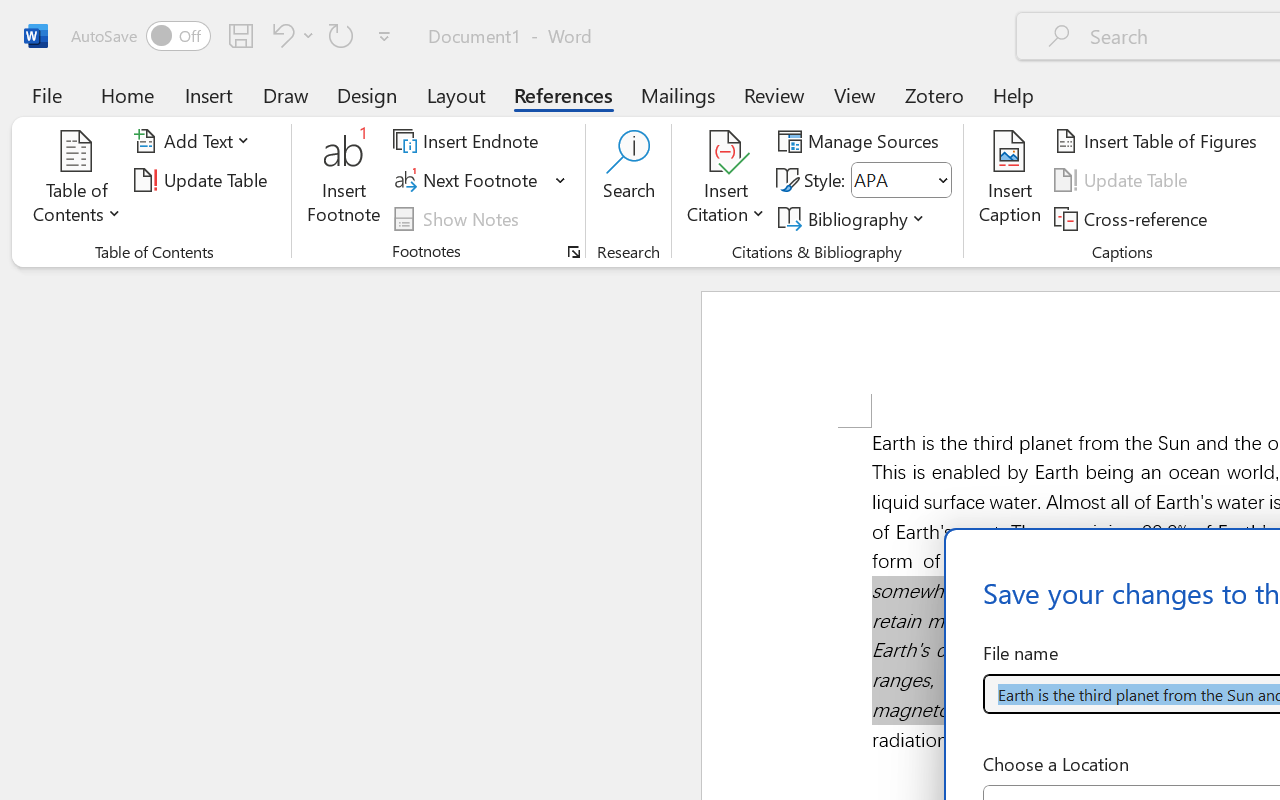 The width and height of the screenshot is (1280, 800). Describe the element at coordinates (467, 179) in the screenshot. I see `'Next Footnote'` at that location.